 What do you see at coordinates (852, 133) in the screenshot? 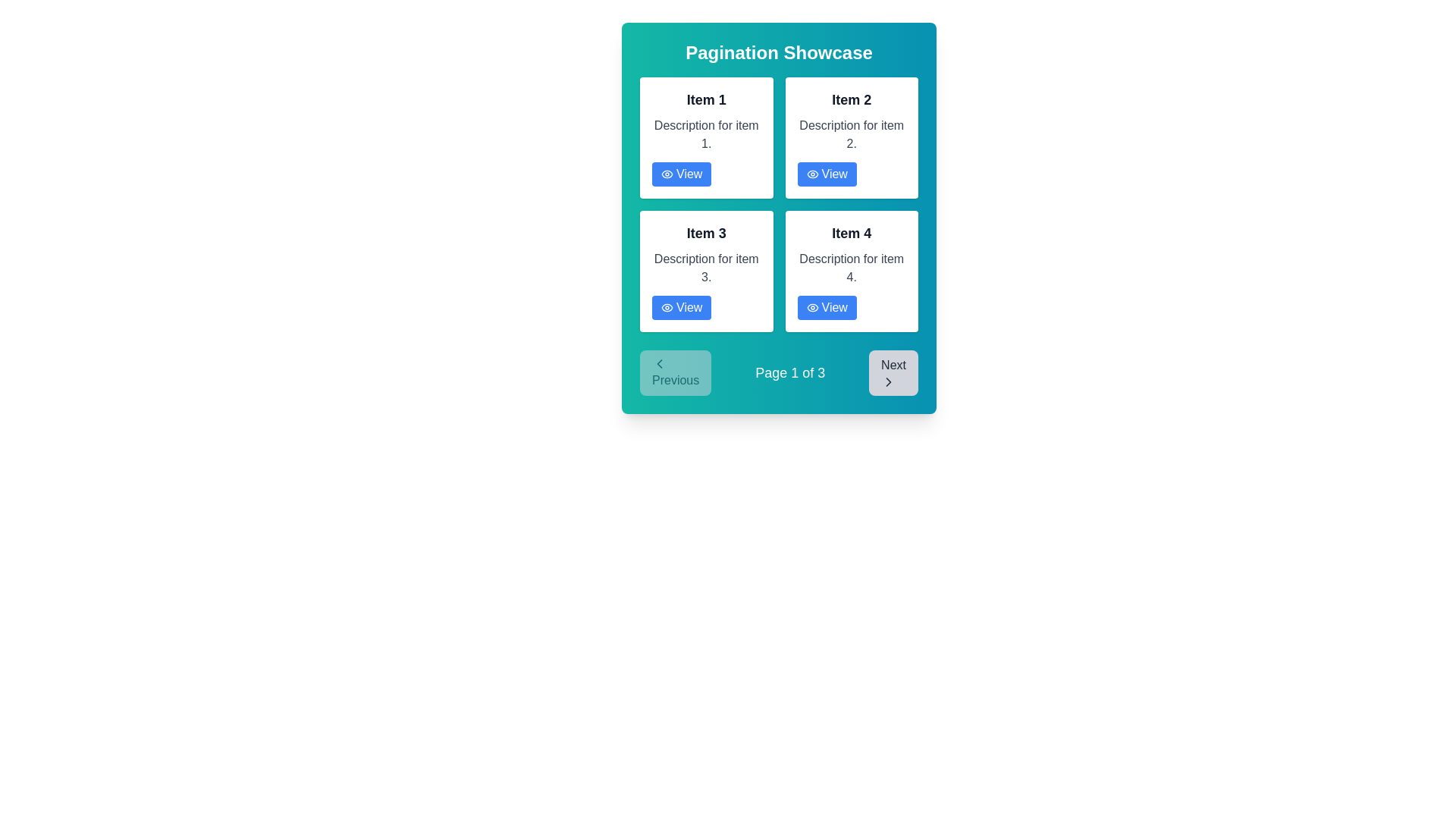
I see `the text block that provides a description for 'Item 2', located in the second card of the top right corner of a 2x2 grid, situated below the title and above the 'View' button` at bounding box center [852, 133].